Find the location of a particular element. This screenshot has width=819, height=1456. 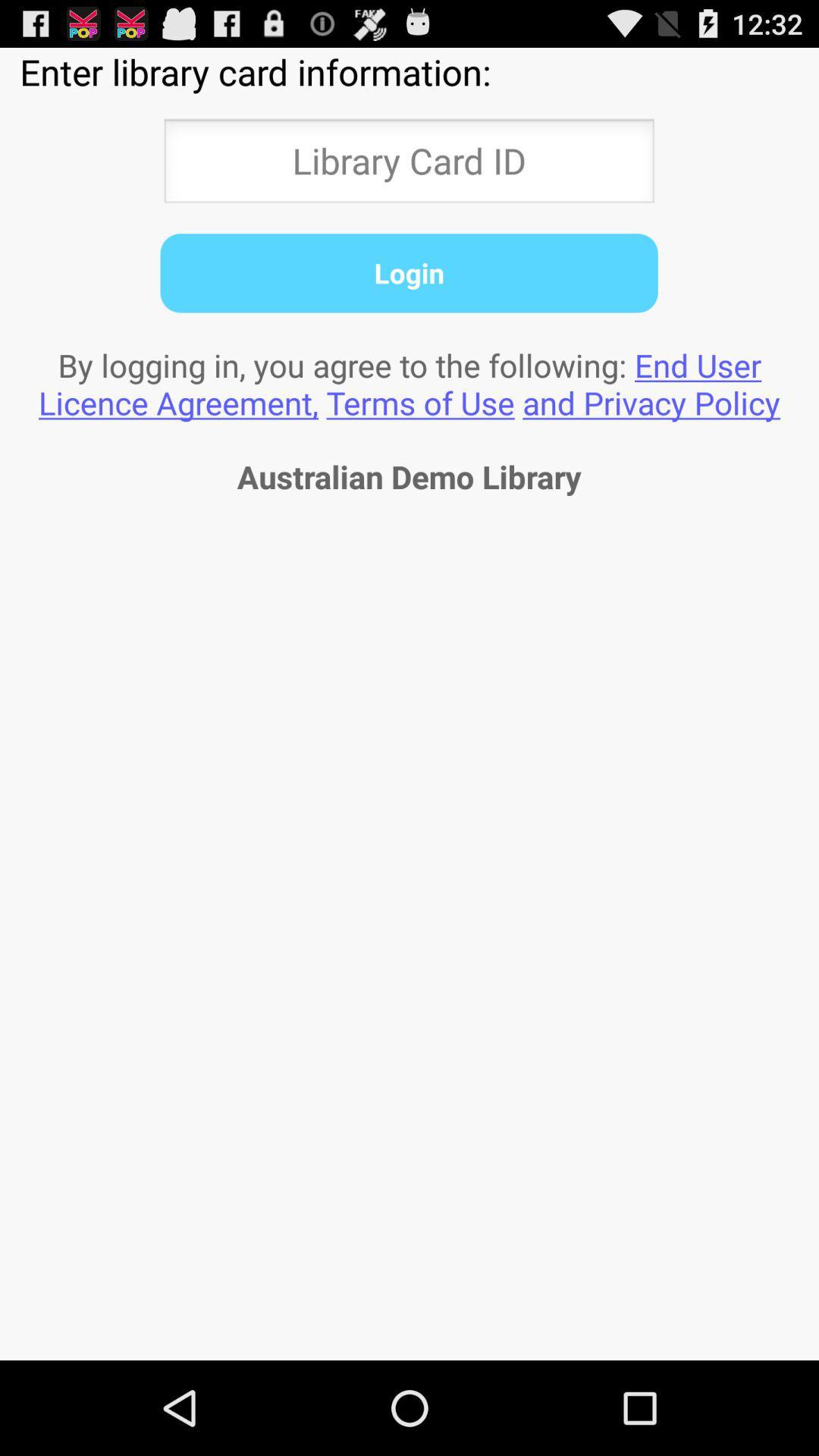

the item below login button is located at coordinates (409, 384).